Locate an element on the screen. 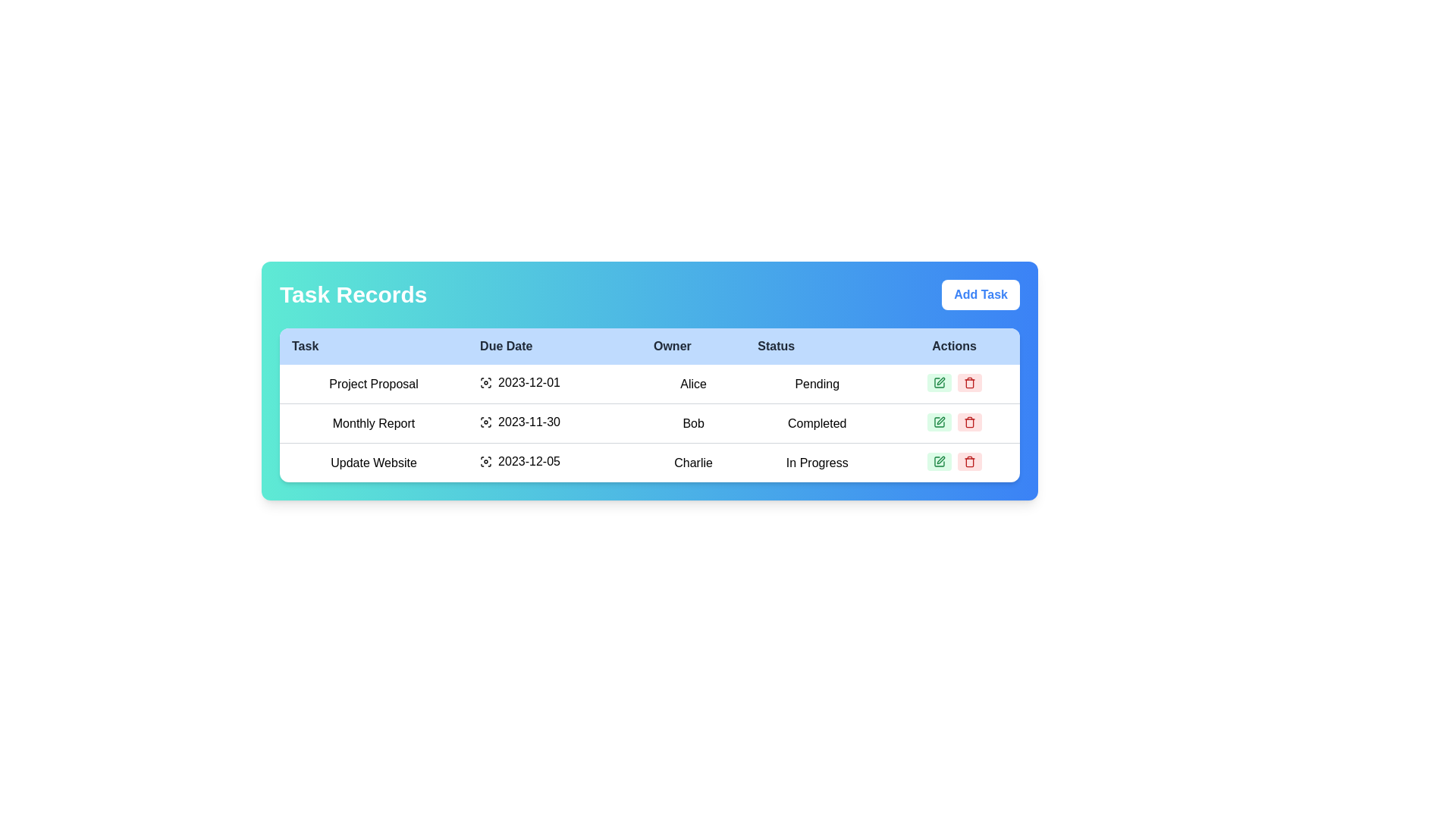  the edit button in the 'Actions' column of the first row associated with the 'Project Proposal' task is located at coordinates (938, 382).